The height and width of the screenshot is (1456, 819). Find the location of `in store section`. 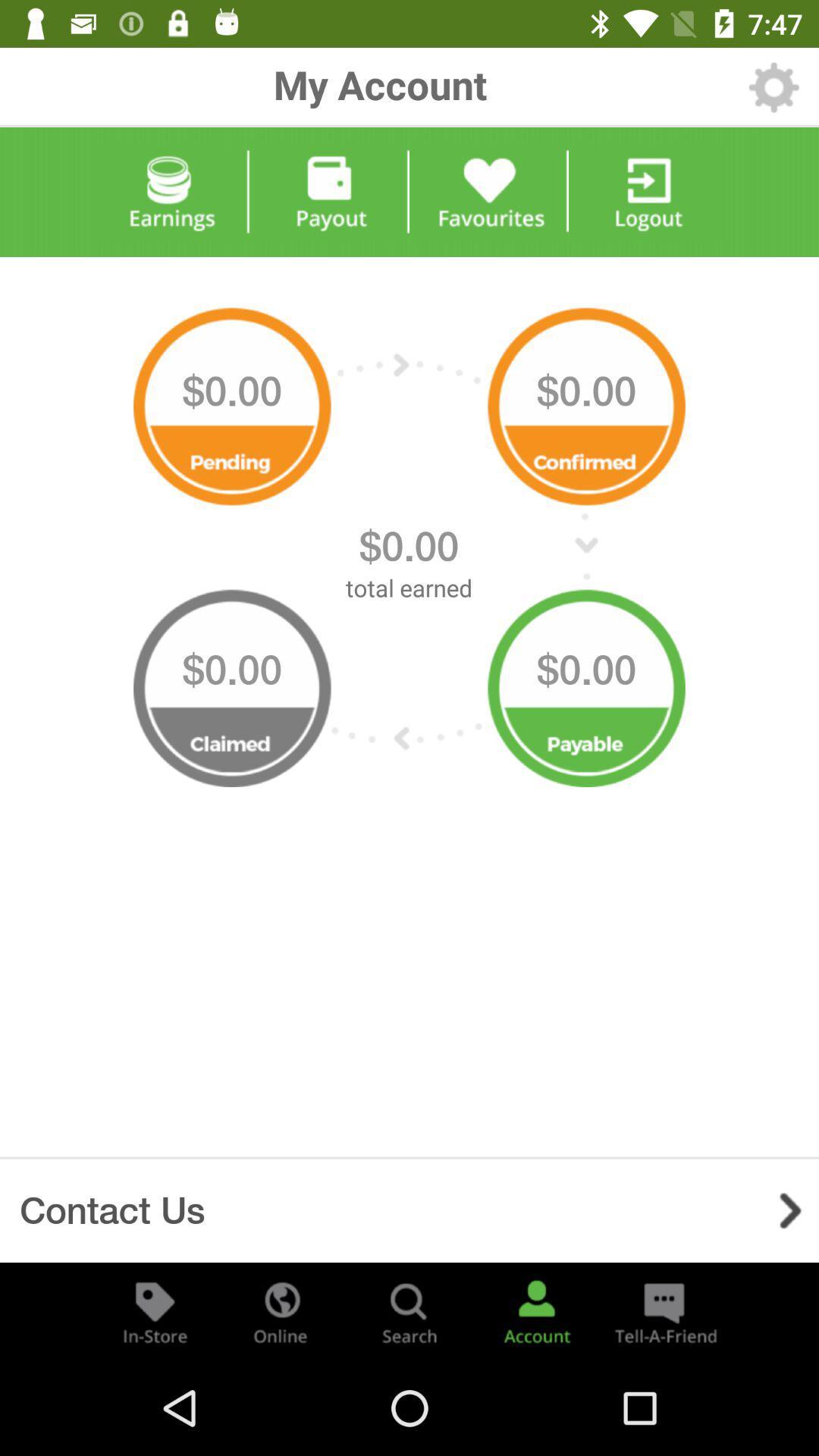

in store section is located at coordinates (155, 1310).